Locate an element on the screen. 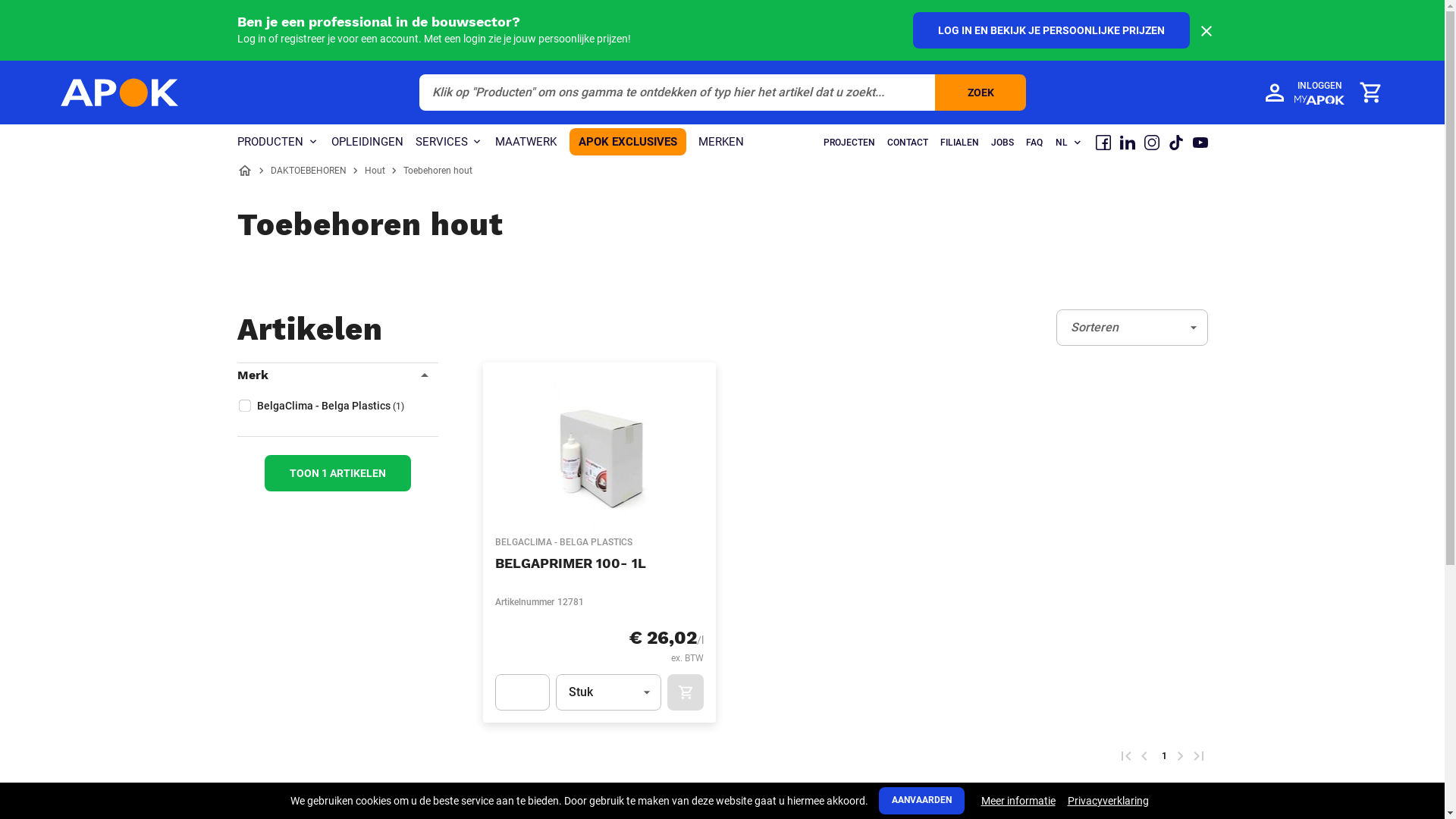  'OPLEIDINGEN' is located at coordinates (366, 142).